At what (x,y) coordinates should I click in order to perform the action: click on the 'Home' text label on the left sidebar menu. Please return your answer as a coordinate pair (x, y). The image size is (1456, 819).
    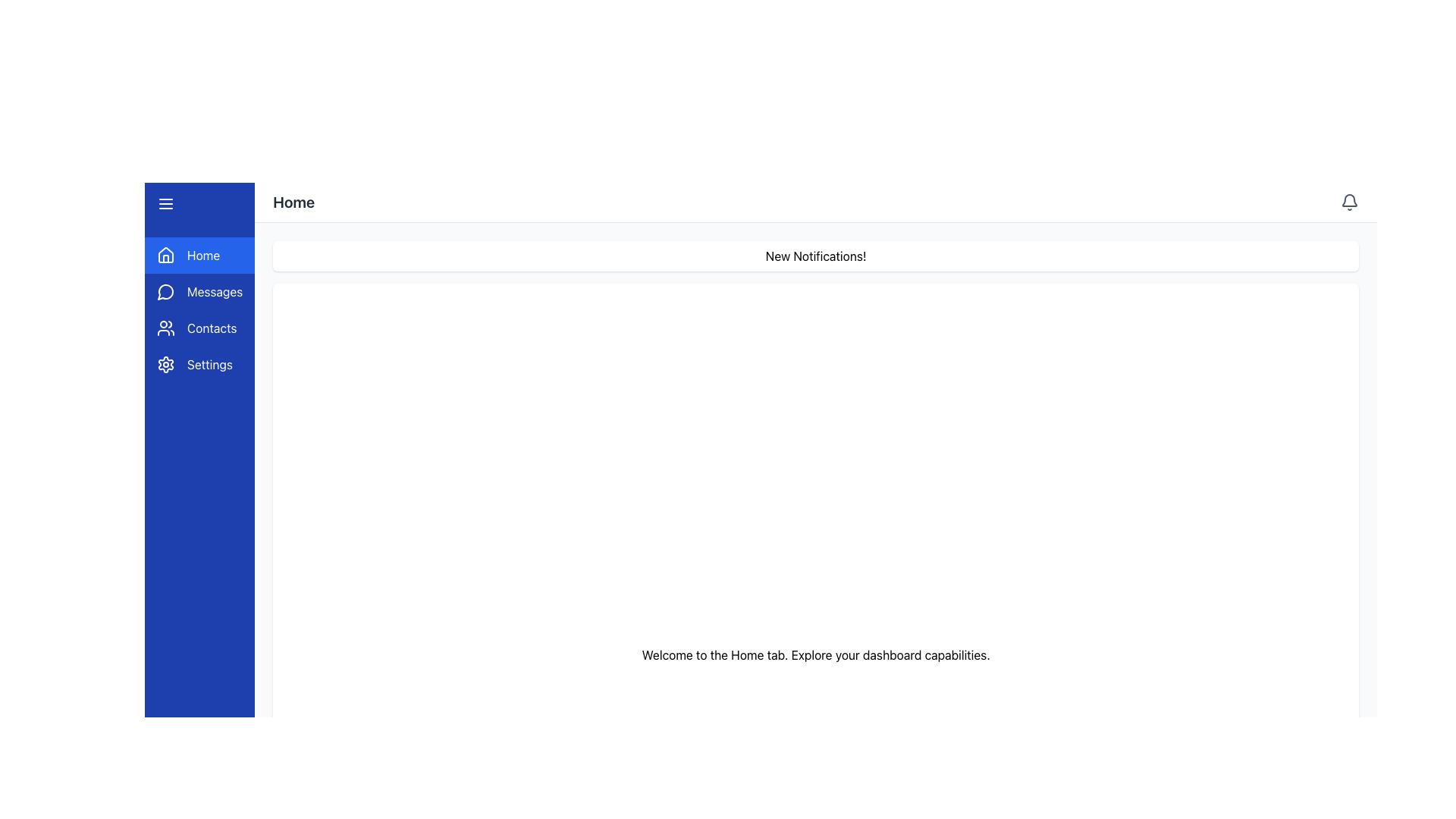
    Looking at the image, I should click on (202, 254).